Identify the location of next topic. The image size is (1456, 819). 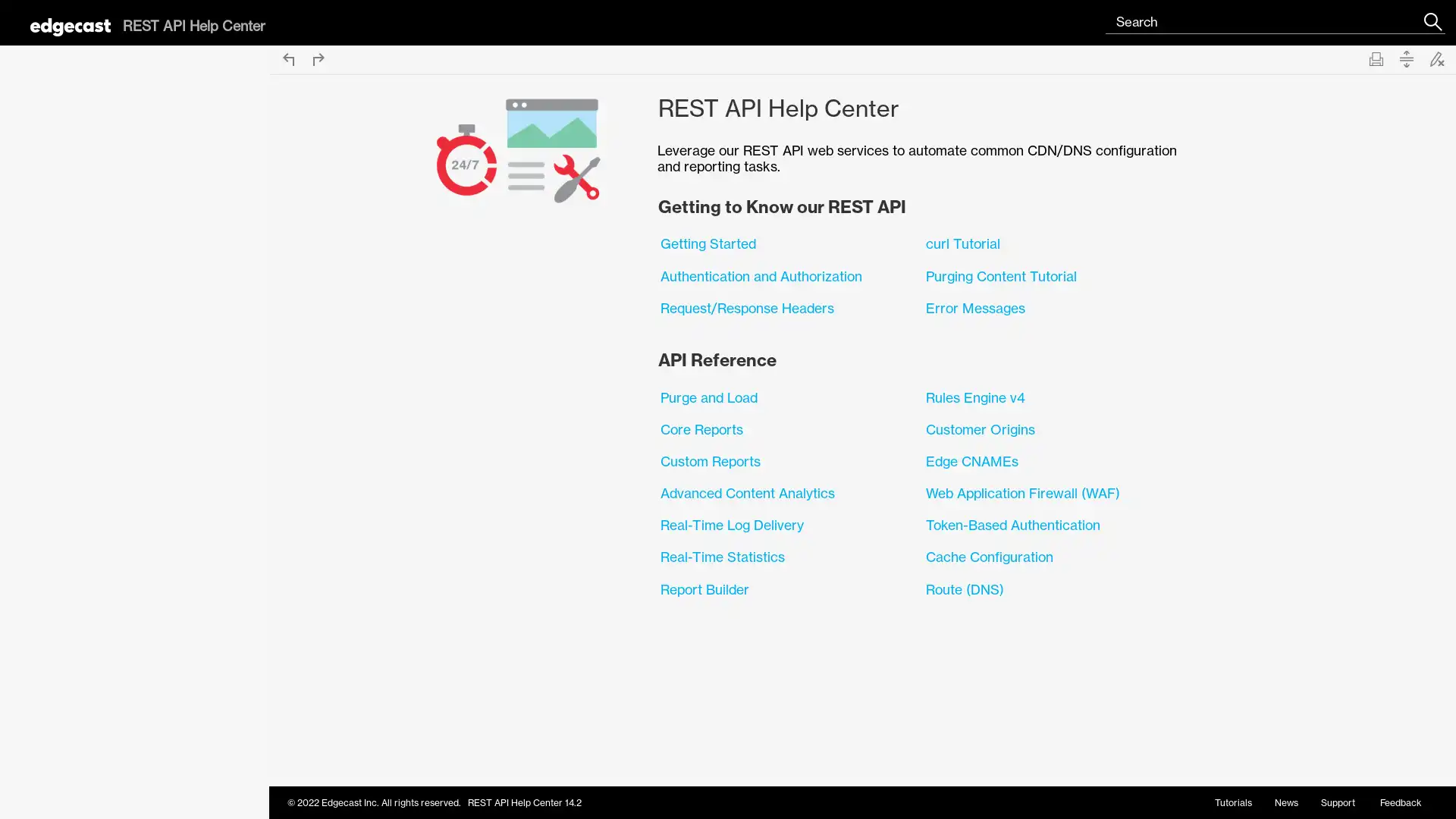
(318, 58).